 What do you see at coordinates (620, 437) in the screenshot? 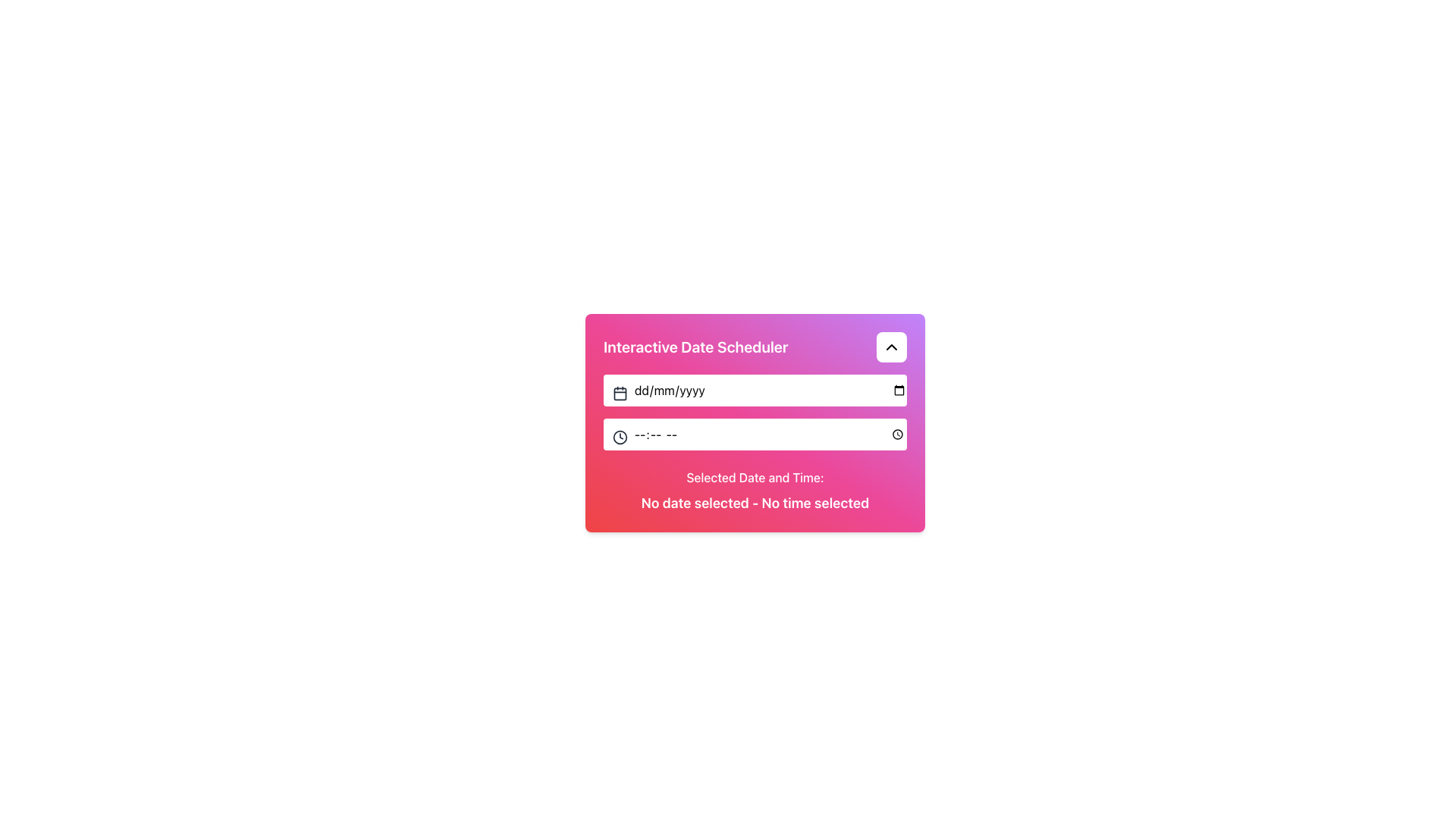
I see `the minimalistic clock icon located inside the time input field of the interactive date scheduler component, positioned to the left of the placeholder text '--:-- --'` at bounding box center [620, 437].